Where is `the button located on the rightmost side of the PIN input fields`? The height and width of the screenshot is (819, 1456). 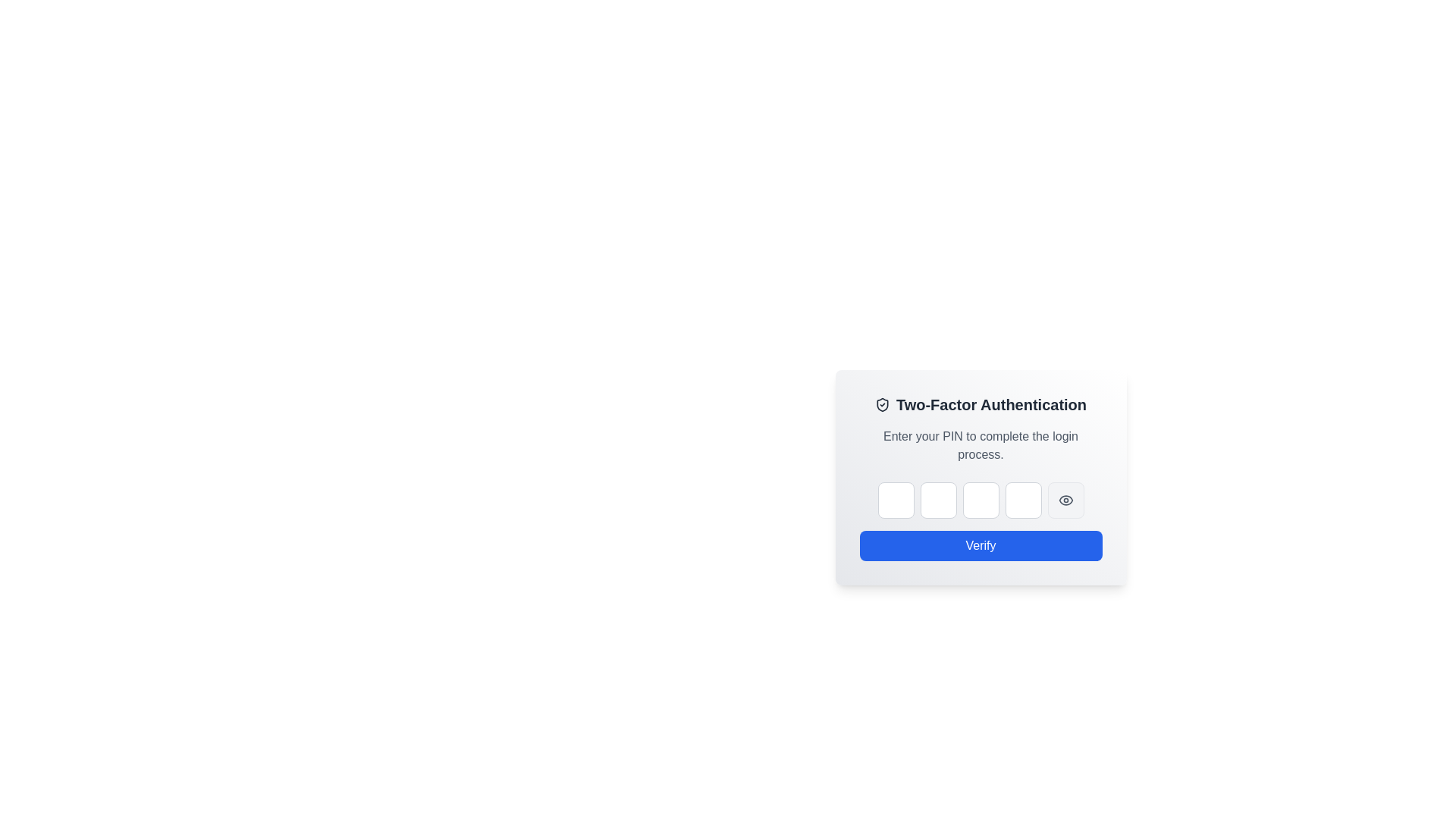
the button located on the rightmost side of the PIN input fields is located at coordinates (1065, 500).